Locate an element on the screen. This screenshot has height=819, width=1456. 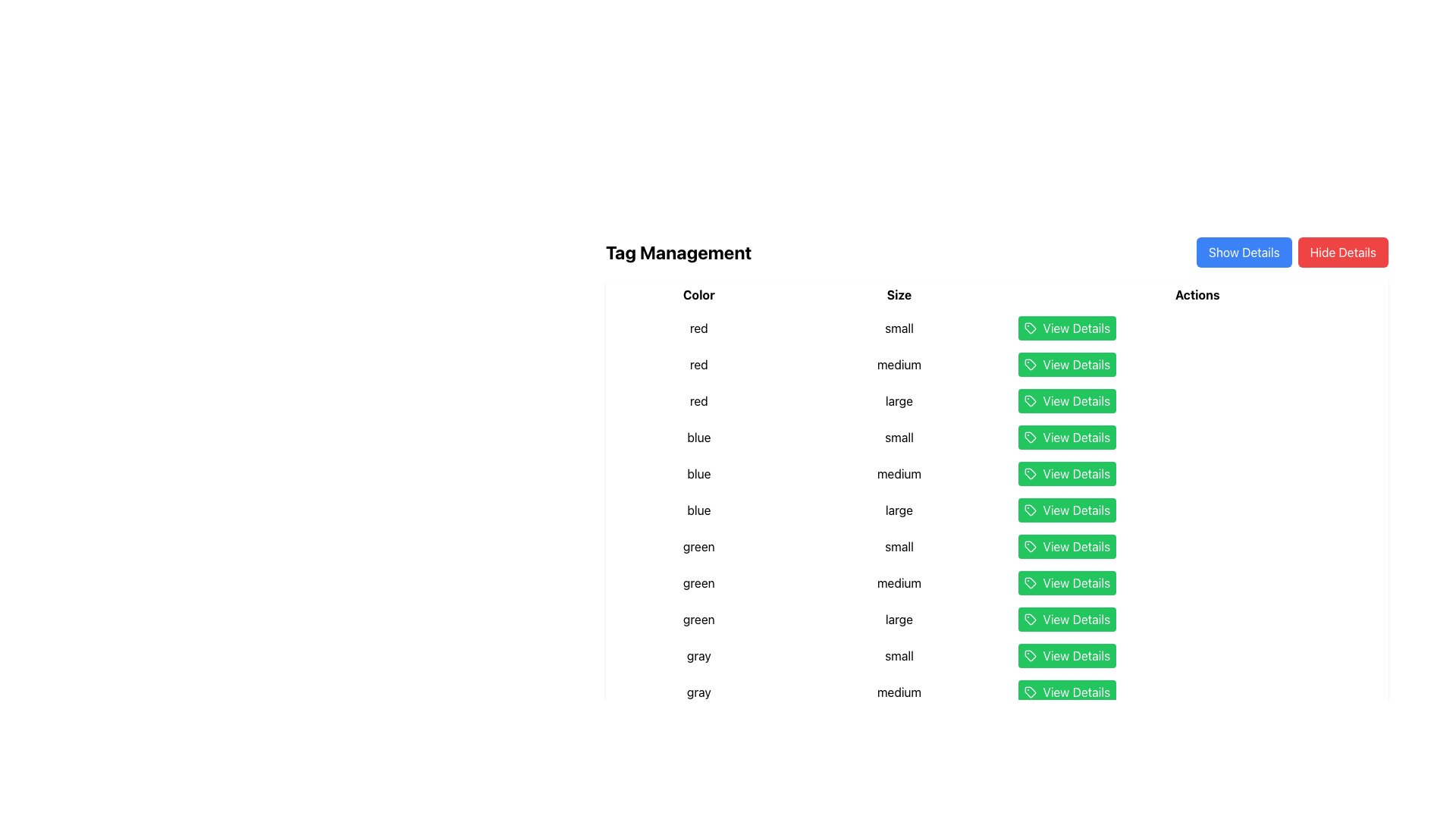
the visual indicator icon for the 'View Details' button located in the 'Actions' column of the grid layout for the 'green' color and 'large' size row is located at coordinates (1031, 620).